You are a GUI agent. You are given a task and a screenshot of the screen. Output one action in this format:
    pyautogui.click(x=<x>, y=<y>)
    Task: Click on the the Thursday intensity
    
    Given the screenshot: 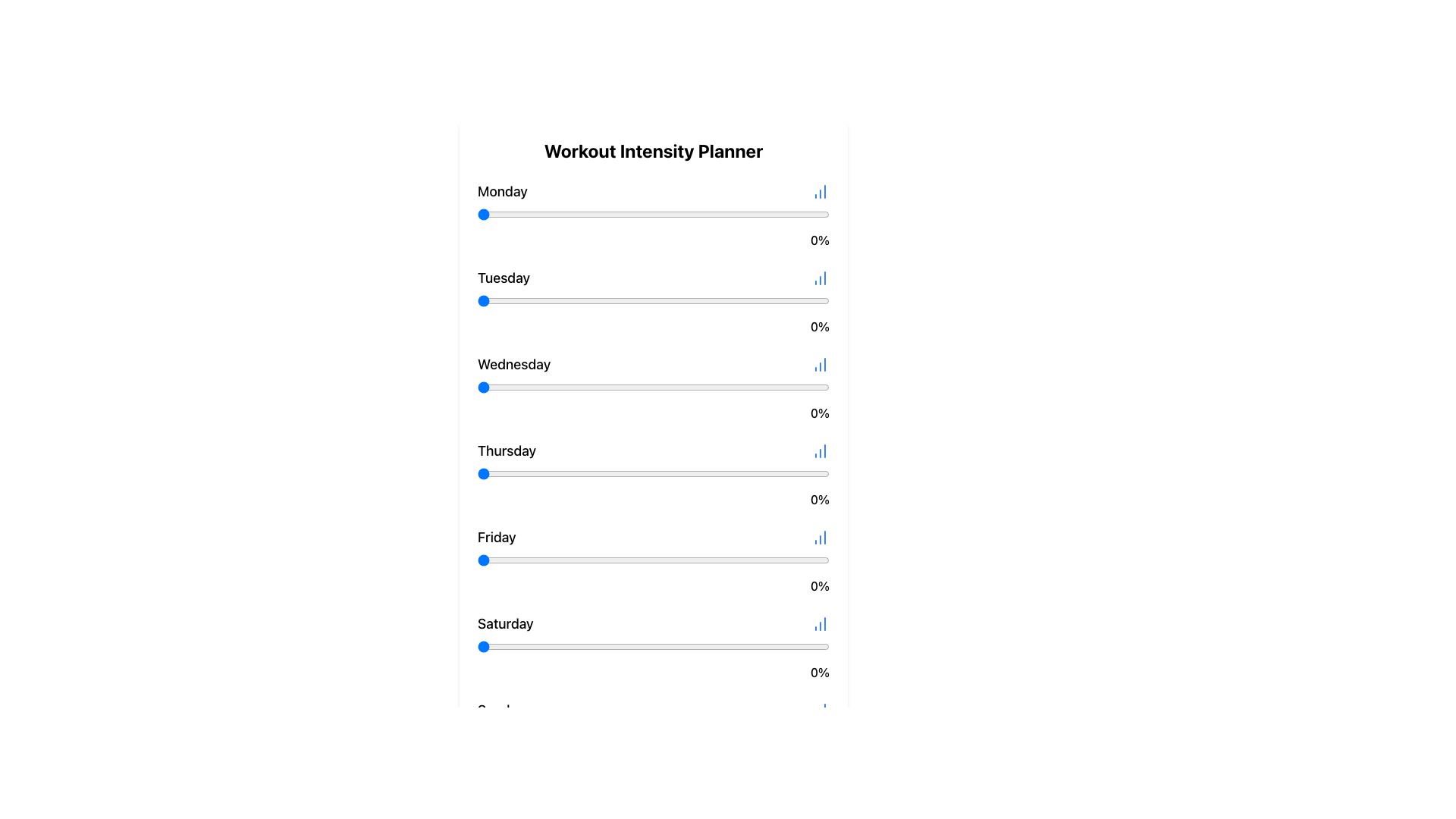 What is the action you would take?
    pyautogui.click(x=513, y=472)
    